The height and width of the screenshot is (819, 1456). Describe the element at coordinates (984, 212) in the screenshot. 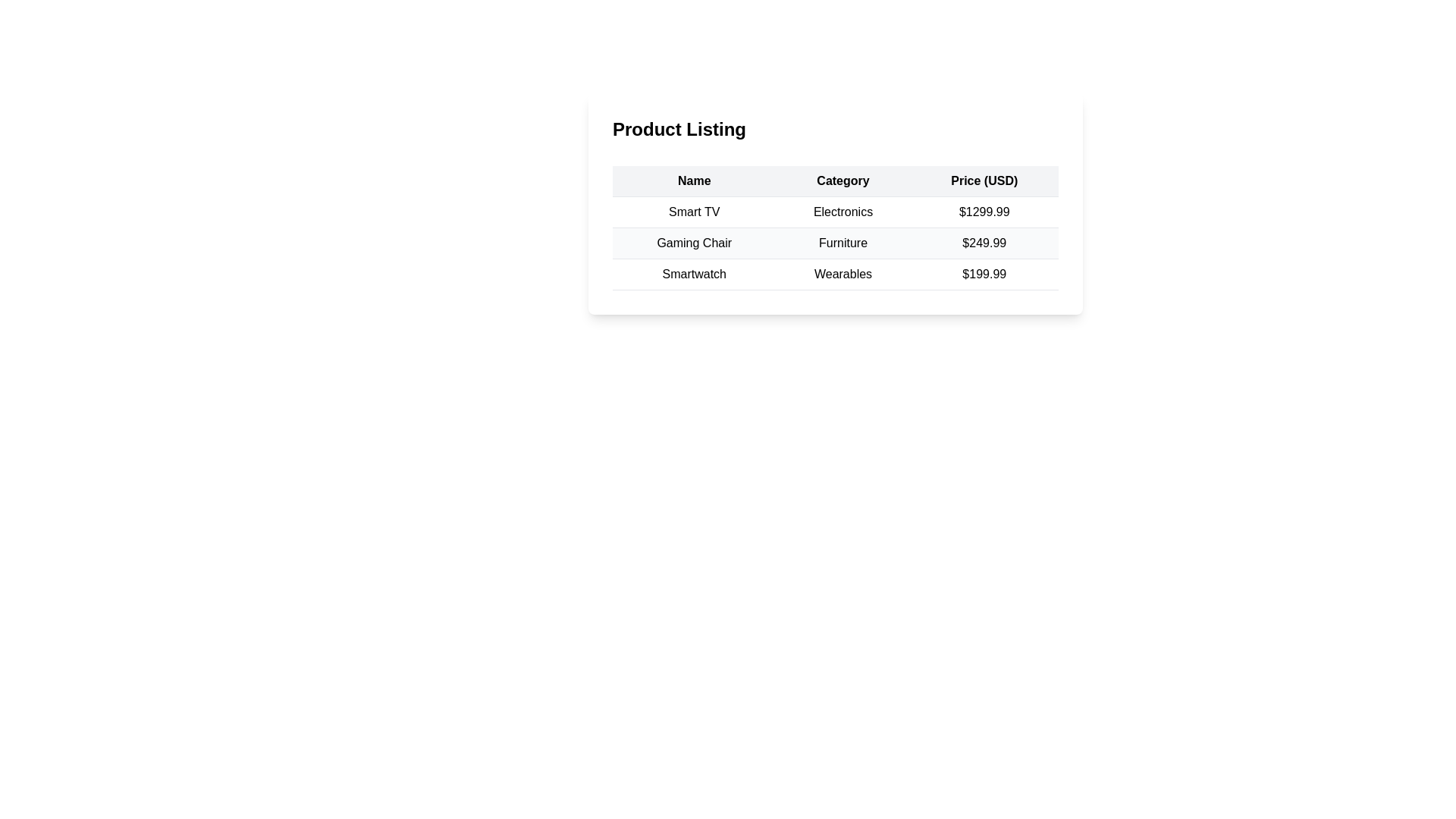

I see `text value of the price label '$1299.99' located in the first row of the data table under the 'Price (USD)' column` at that location.